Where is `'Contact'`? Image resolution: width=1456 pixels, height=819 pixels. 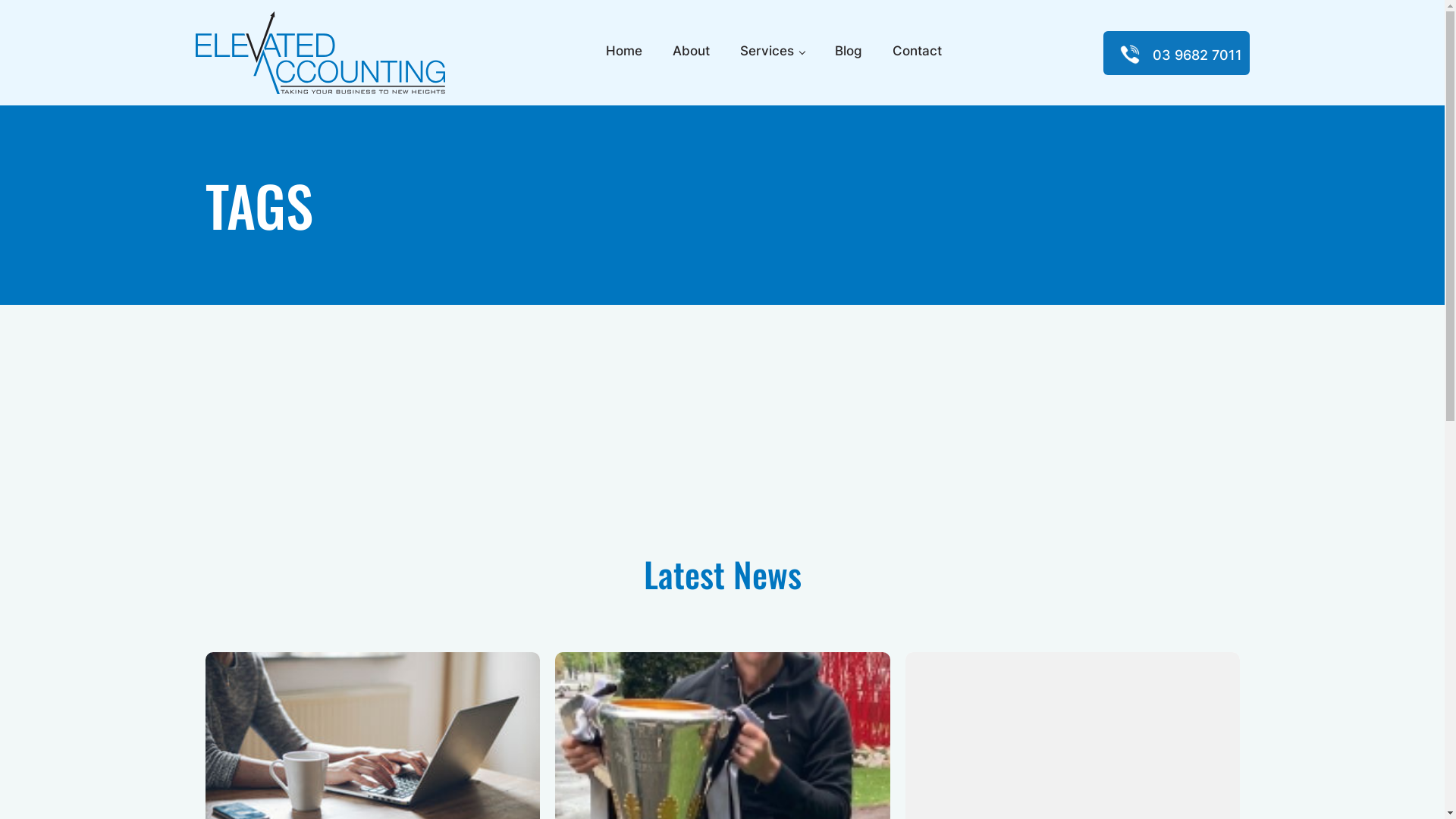
'Contact' is located at coordinates (916, 52).